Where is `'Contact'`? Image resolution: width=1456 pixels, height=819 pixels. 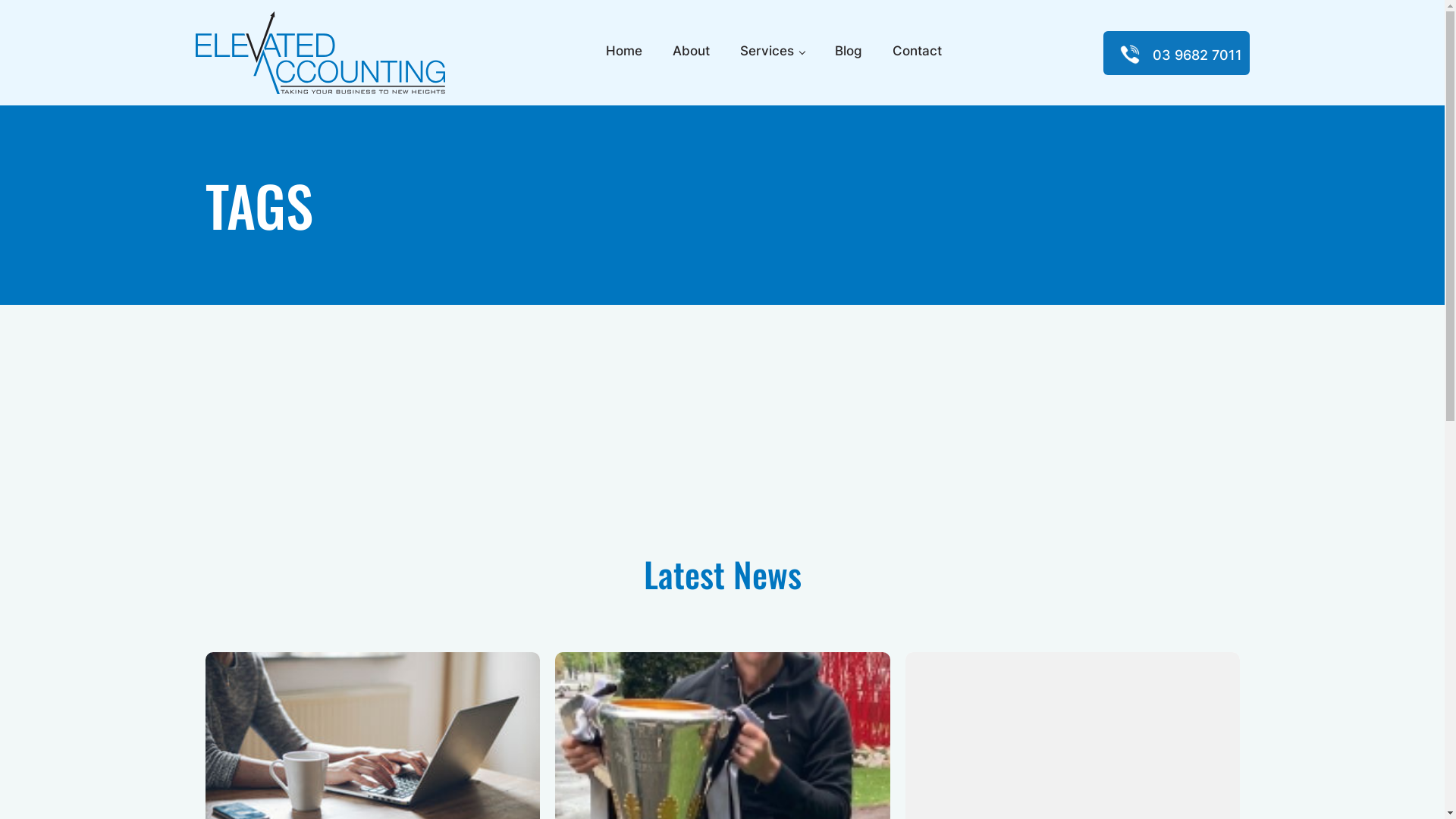
'Contact' is located at coordinates (916, 52).